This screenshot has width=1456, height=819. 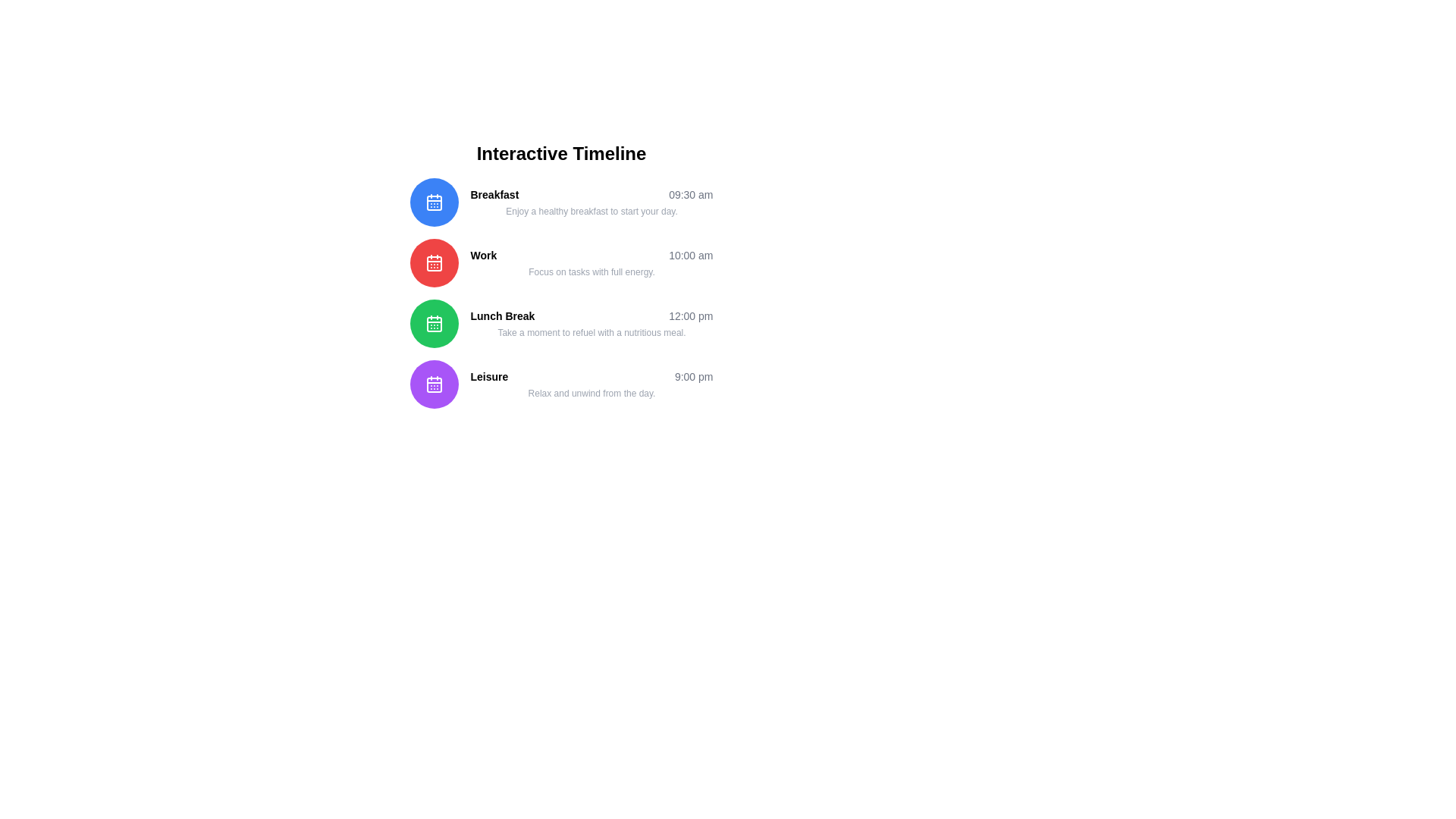 I want to click on the third circular icon in the vertical list that represents the 'Lunch Break' event, so click(x=433, y=323).